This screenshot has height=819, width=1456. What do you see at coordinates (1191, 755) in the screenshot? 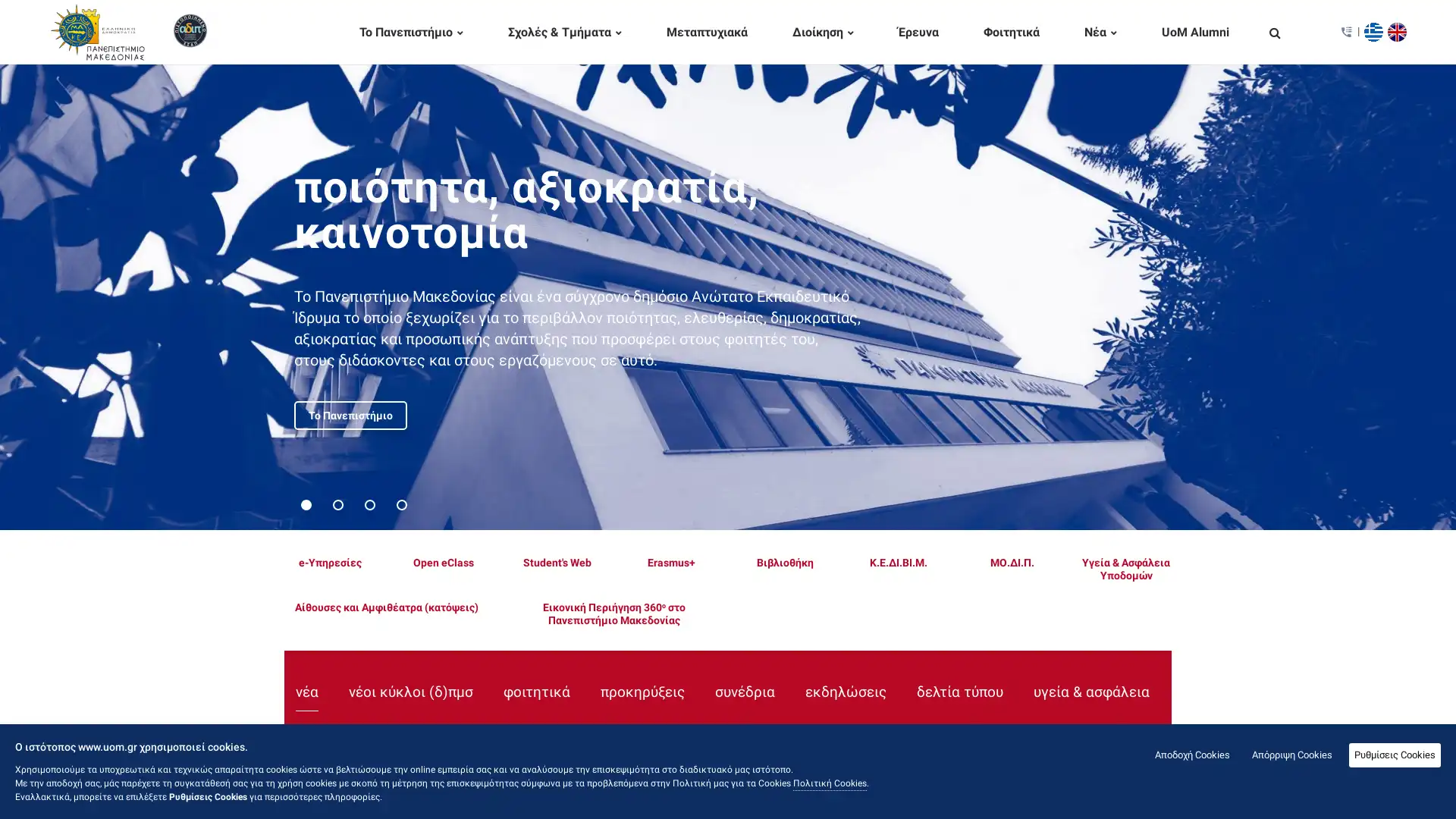
I see `Cookies` at bounding box center [1191, 755].